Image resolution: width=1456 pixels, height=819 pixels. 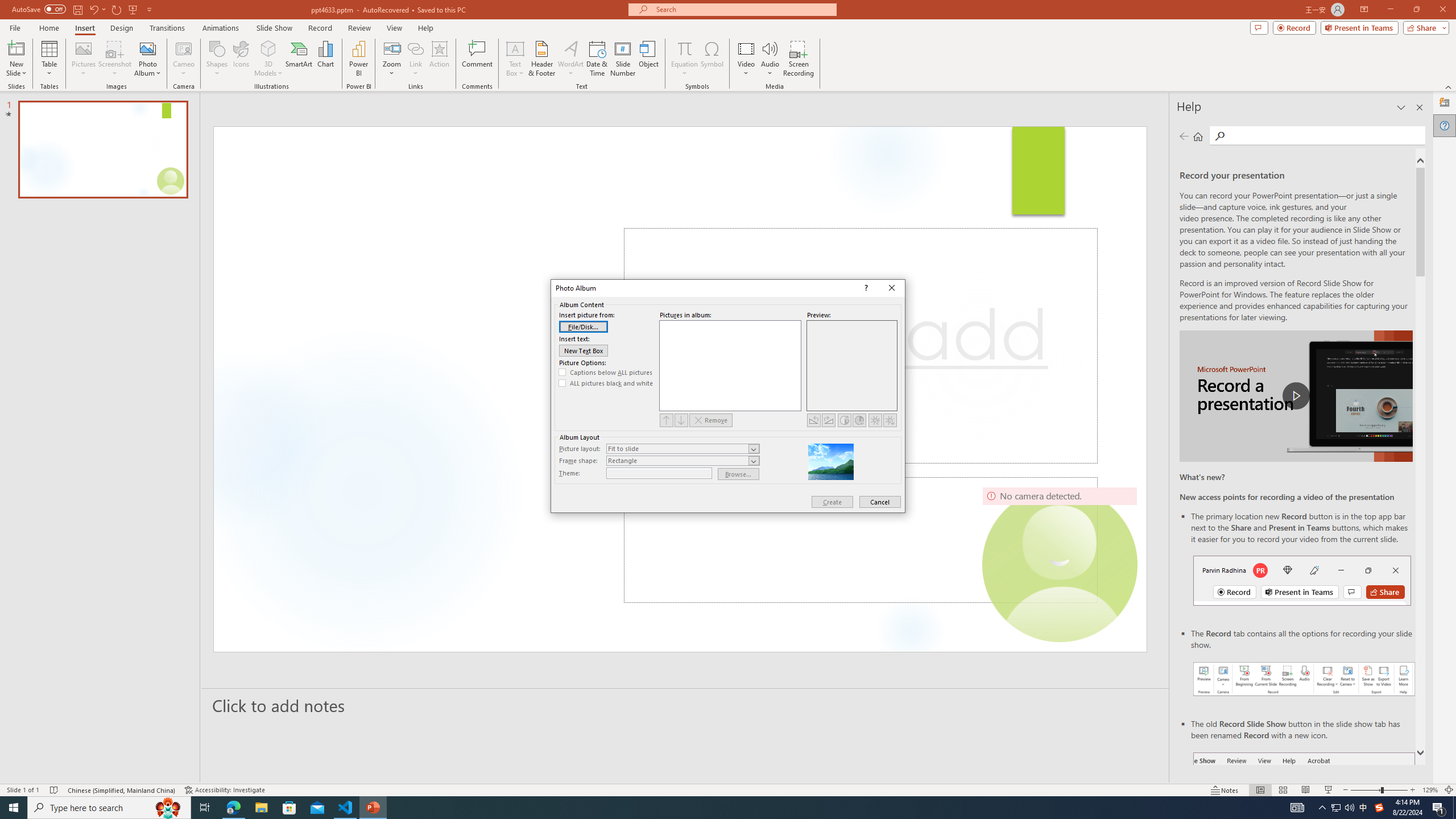 I want to click on 'AutomationID: 4105', so click(x=1296, y=806).